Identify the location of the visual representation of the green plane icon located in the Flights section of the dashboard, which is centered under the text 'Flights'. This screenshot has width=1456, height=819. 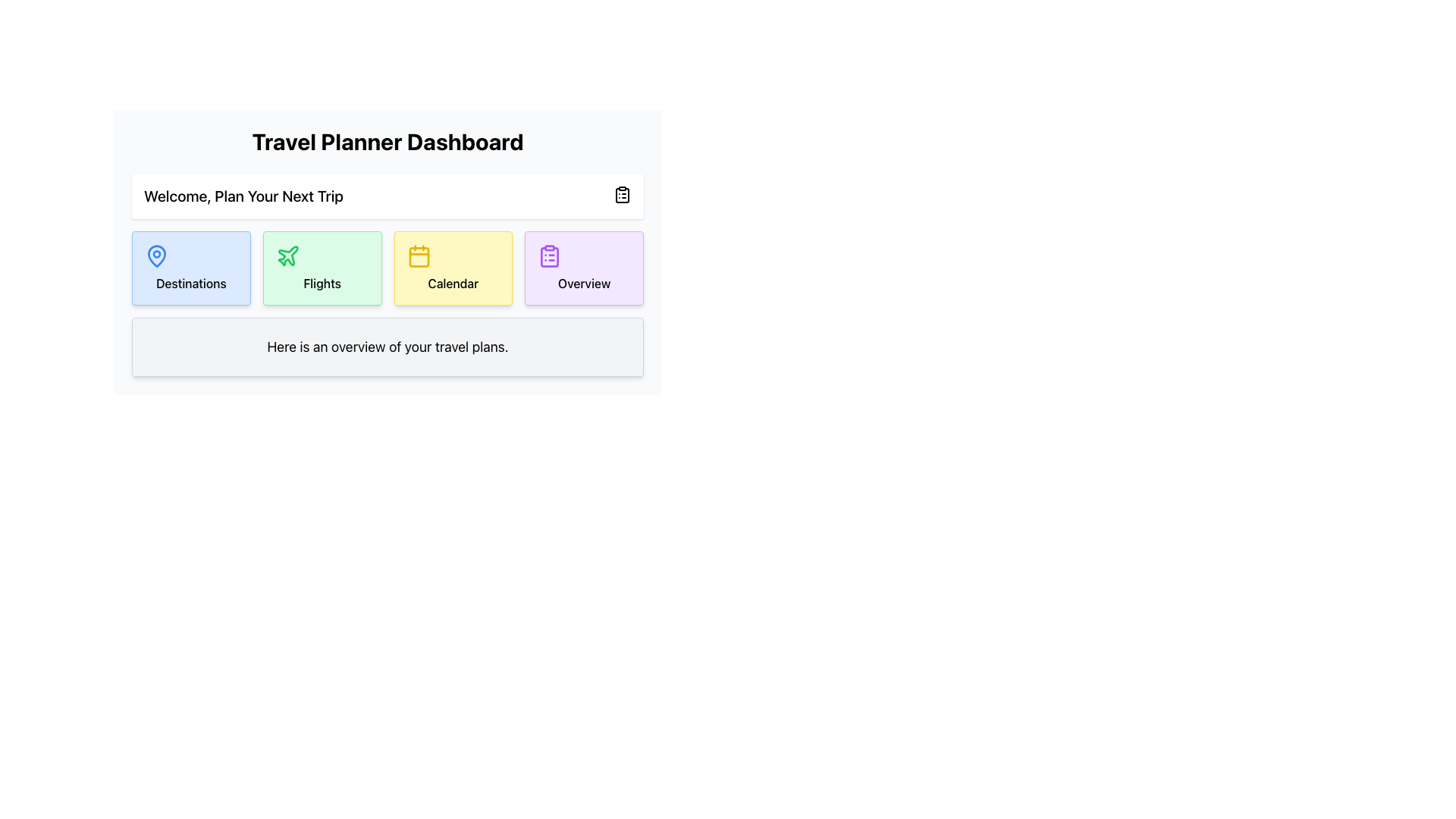
(287, 255).